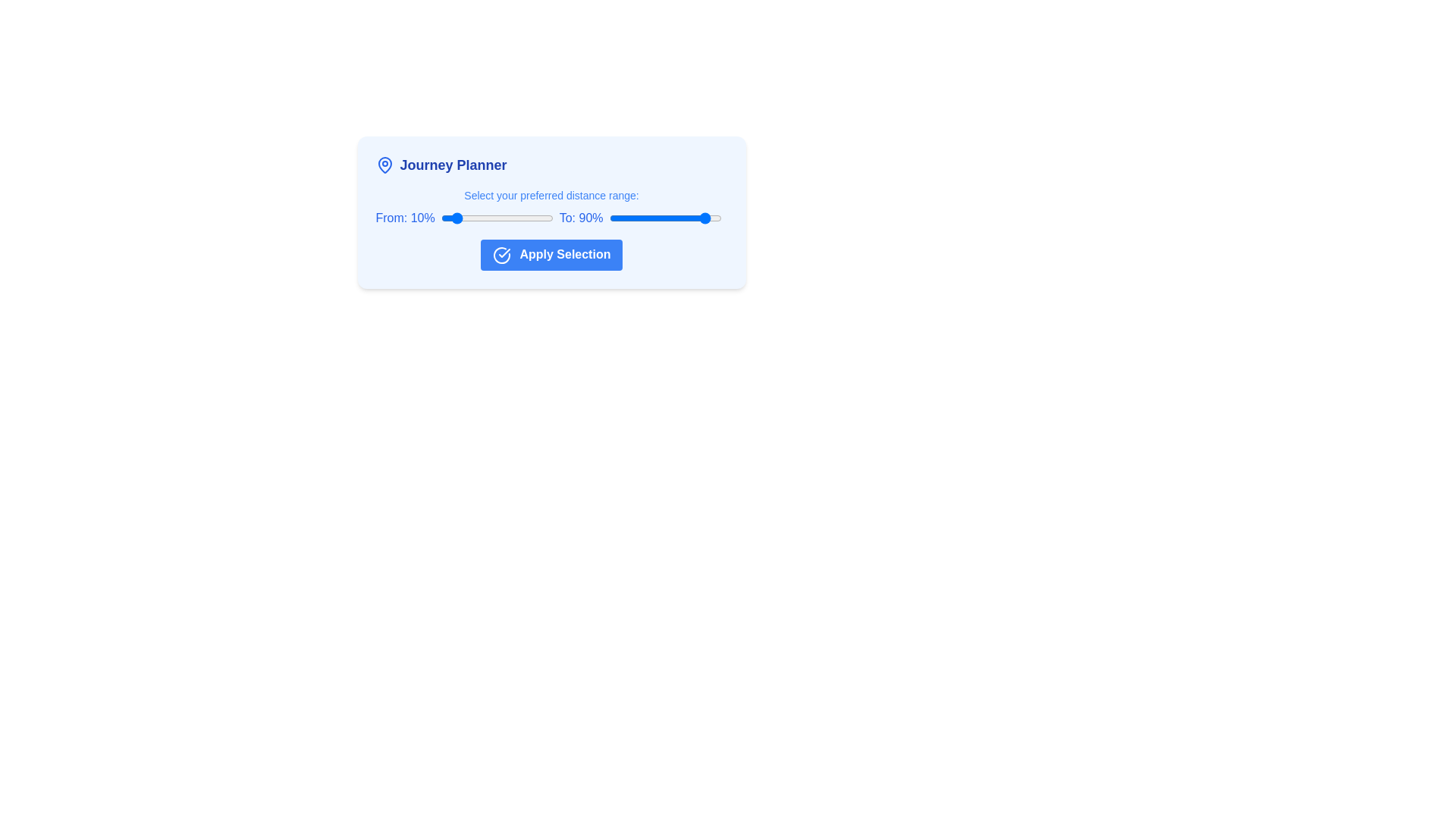  What do you see at coordinates (551, 254) in the screenshot?
I see `the confirm button located at the bottom of the 'Journey Planner' card to apply the selected percentage range settings` at bounding box center [551, 254].